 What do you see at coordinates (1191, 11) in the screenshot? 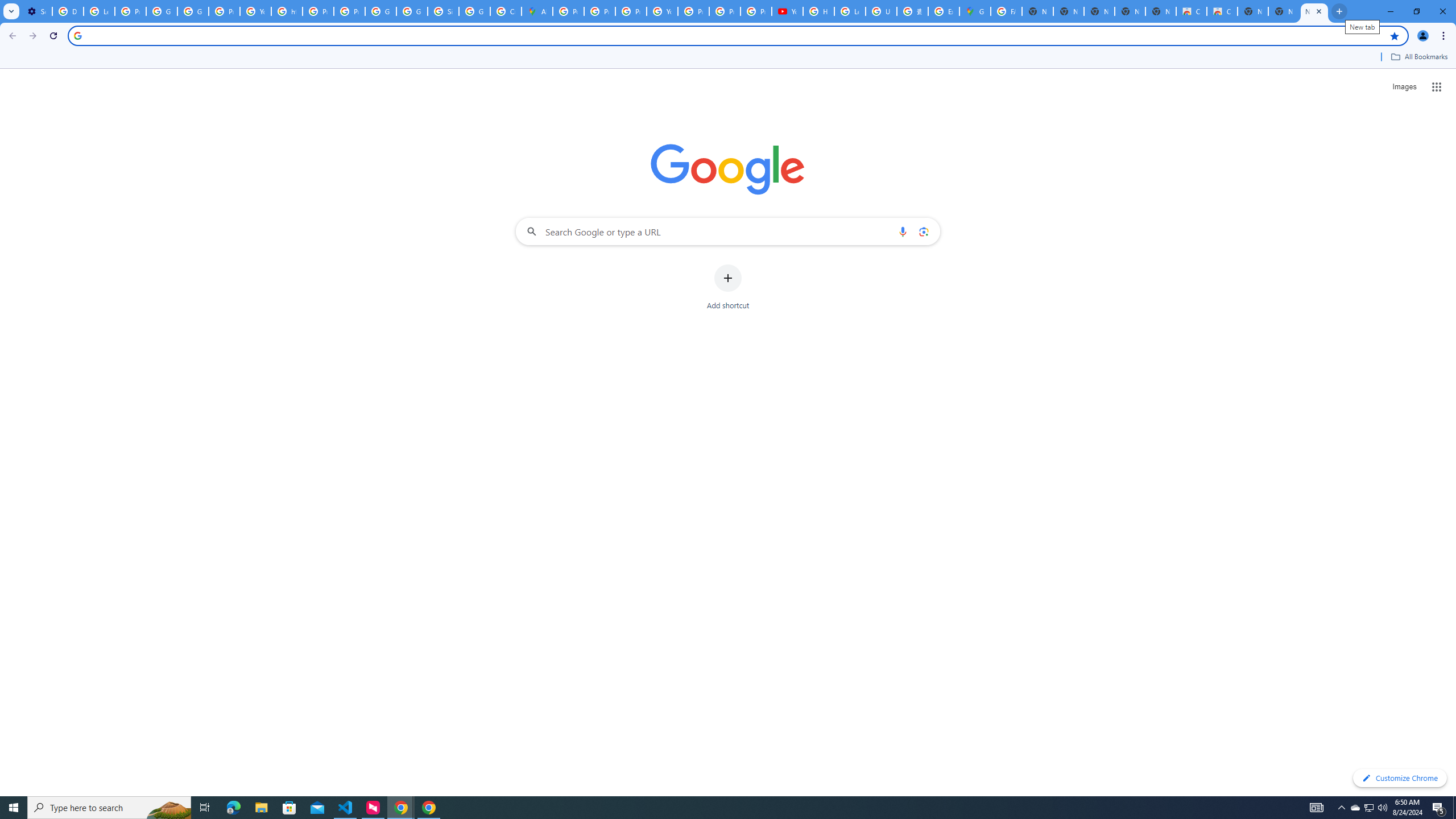
I see `'Classic Blue - Chrome Web Store'` at bounding box center [1191, 11].